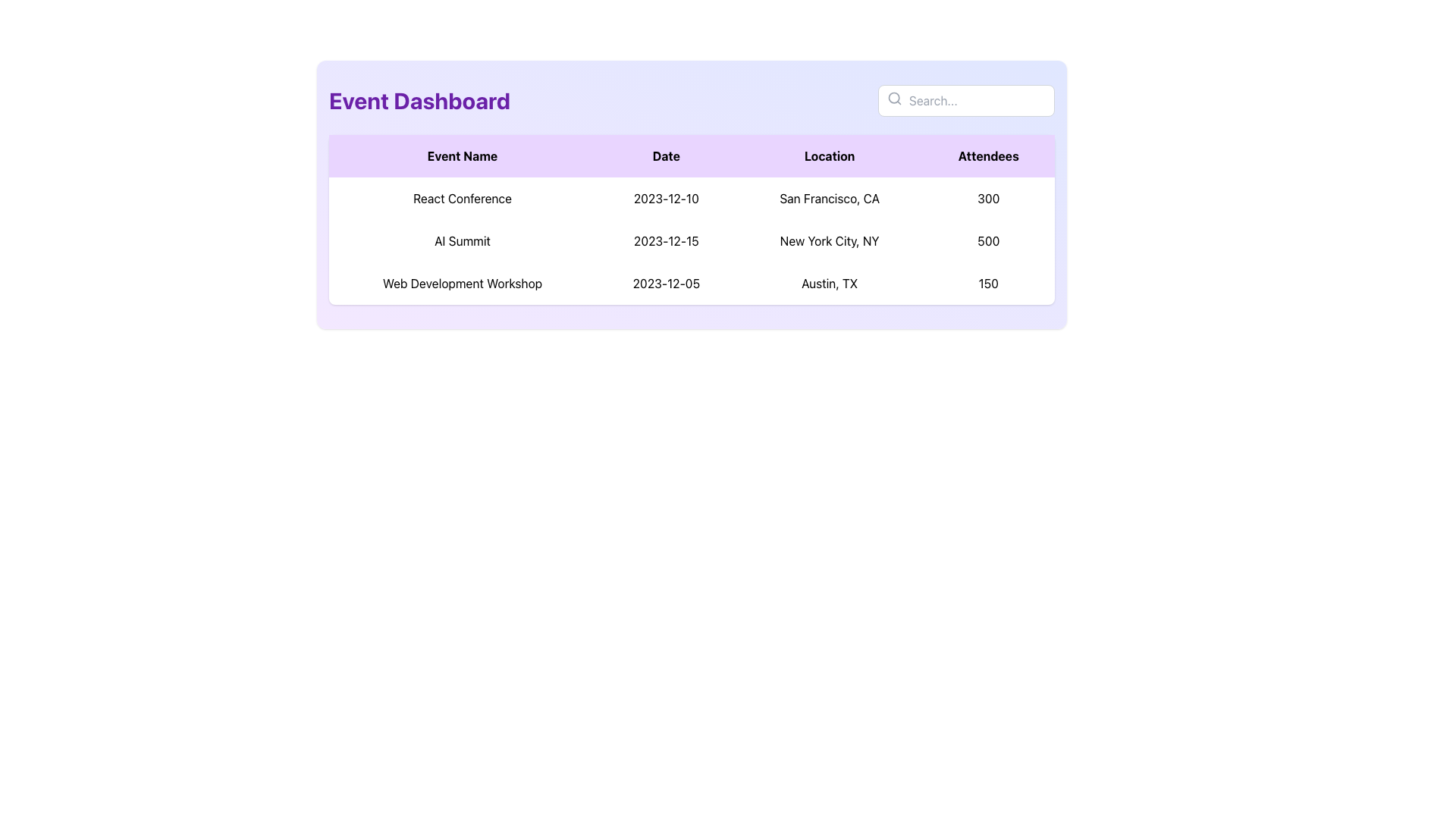  What do you see at coordinates (666, 240) in the screenshot?
I see `date displayed in the second item of the 'Date' column in the table associated with the 'AI Summit' event` at bounding box center [666, 240].